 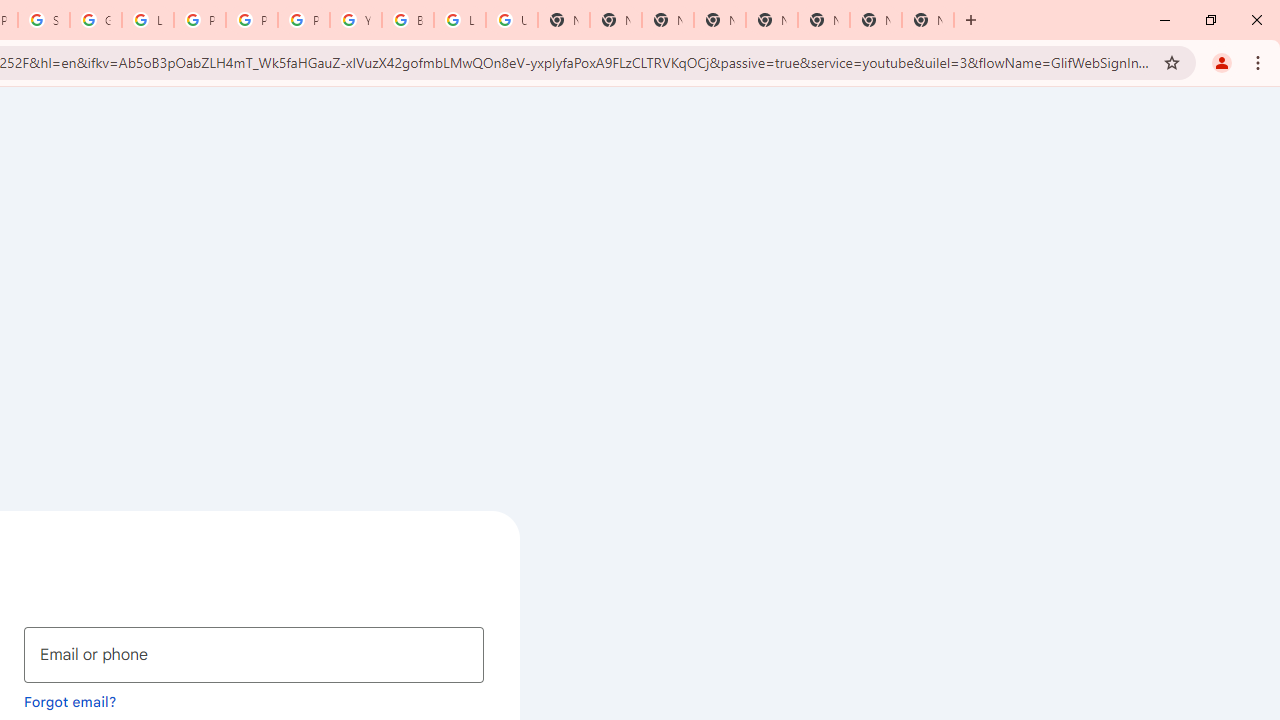 I want to click on 'Sign in - Google Accounts', so click(x=44, y=20).